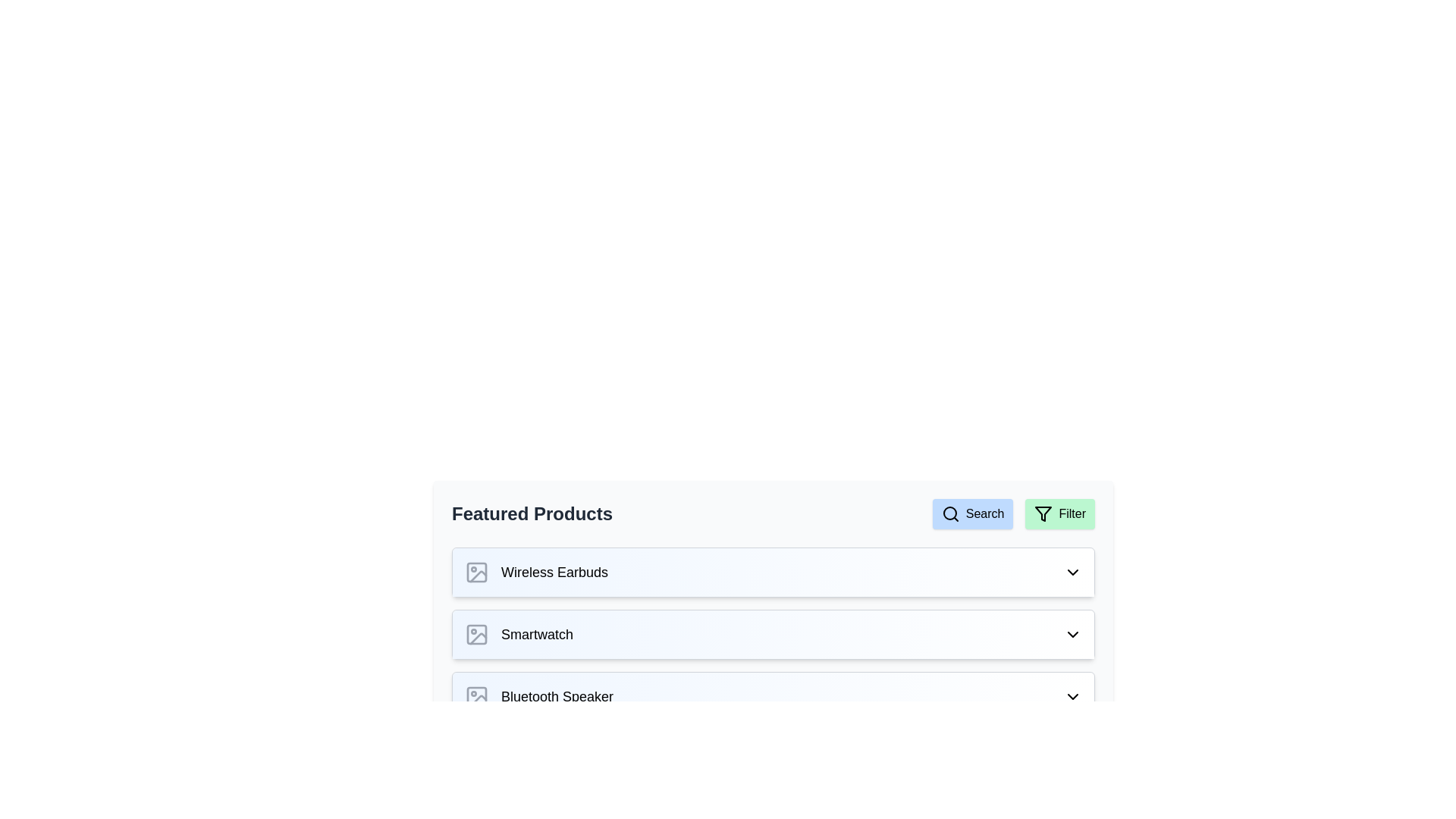  Describe the element at coordinates (475, 696) in the screenshot. I see `the rectangular icon with a gray border representing an image placeholder for the 'Bluetooth Speaker' item` at that location.